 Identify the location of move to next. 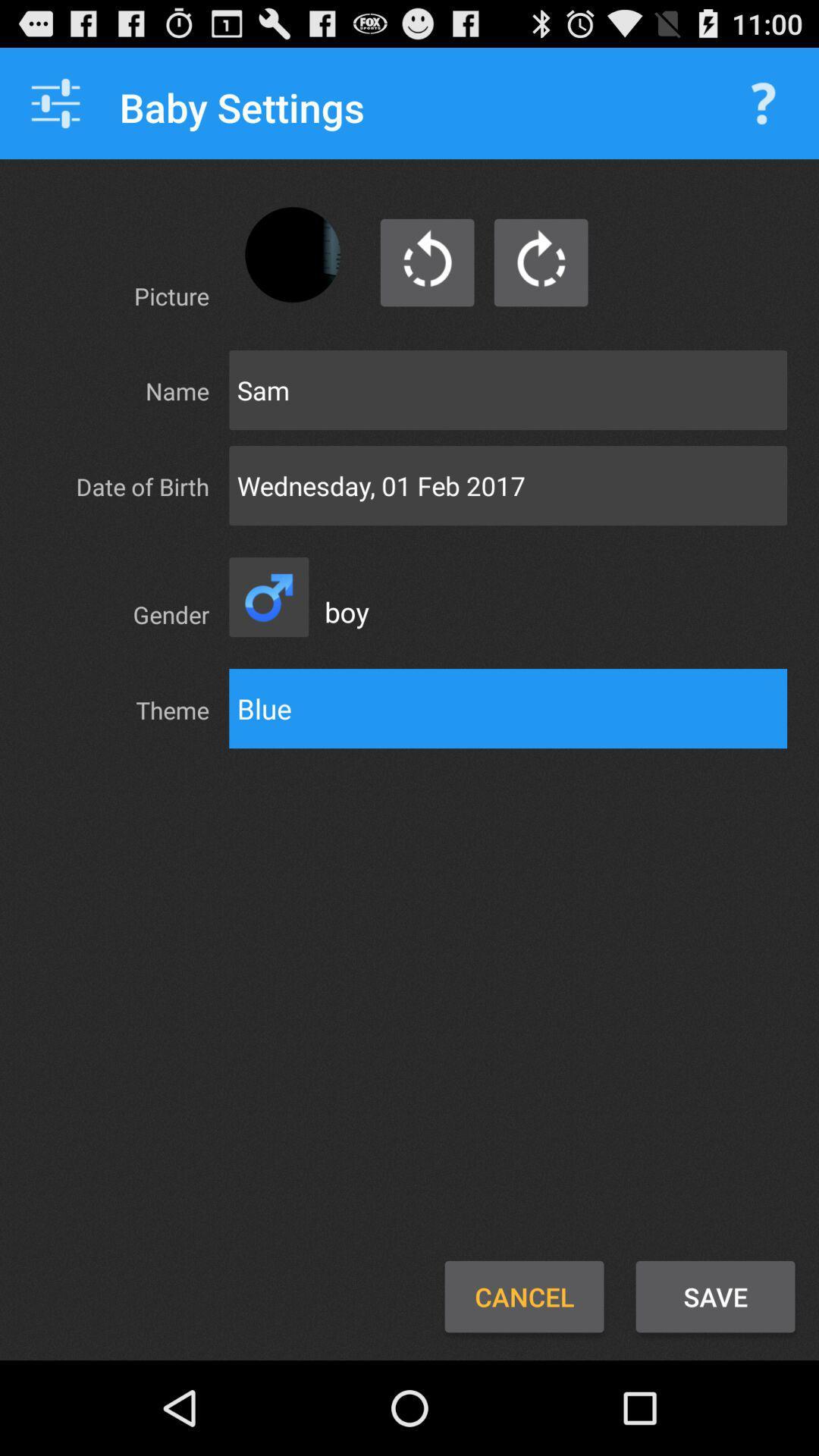
(540, 262).